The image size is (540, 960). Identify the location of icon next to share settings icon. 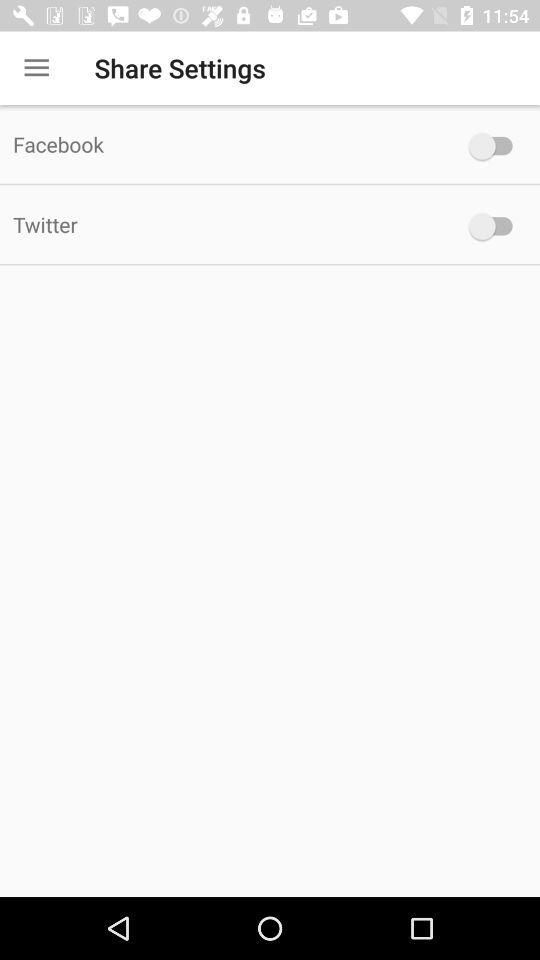
(36, 68).